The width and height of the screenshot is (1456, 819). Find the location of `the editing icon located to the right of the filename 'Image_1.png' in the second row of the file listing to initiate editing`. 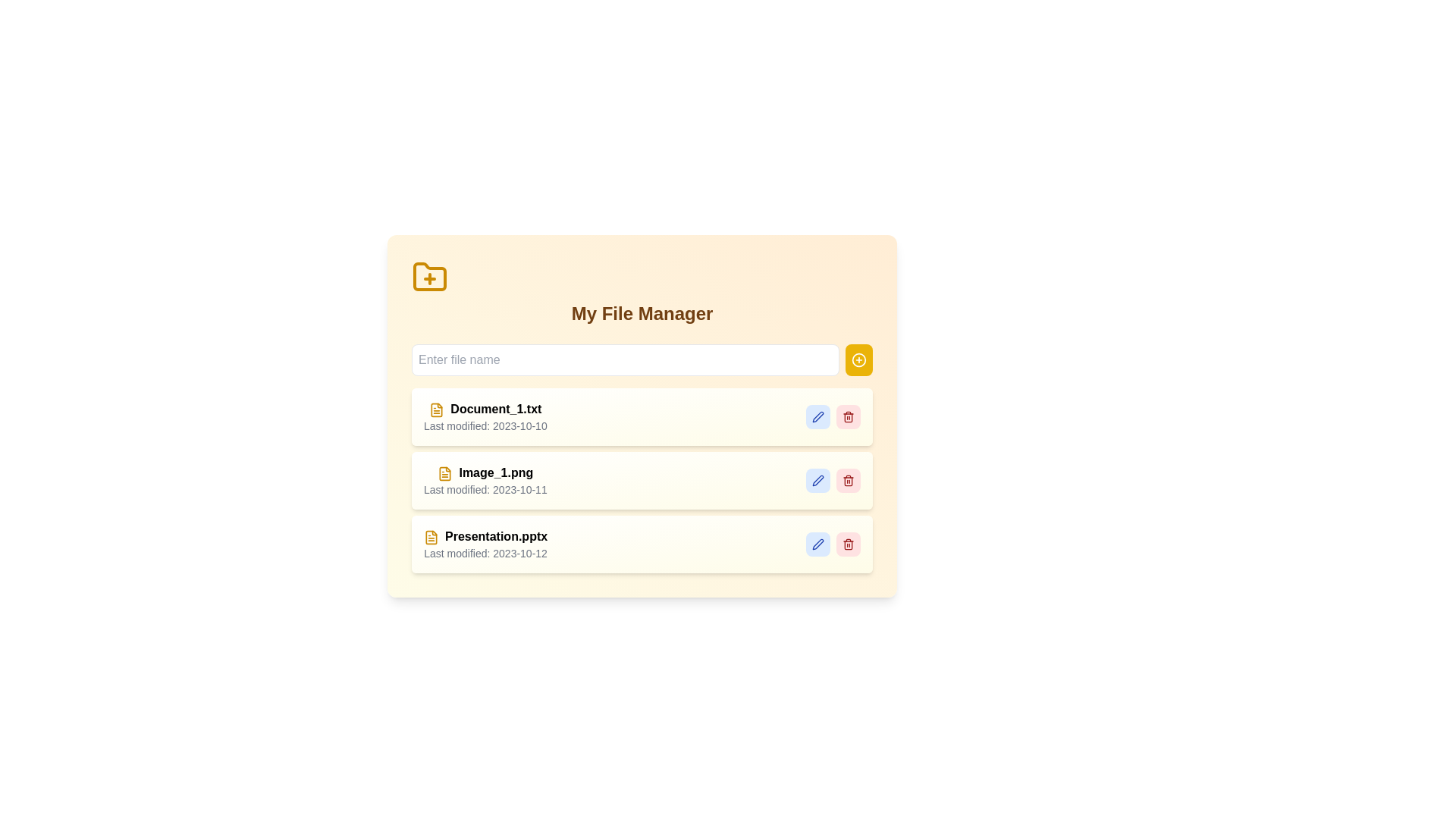

the editing icon located to the right of the filename 'Image_1.png' in the second row of the file listing to initiate editing is located at coordinates (817, 480).